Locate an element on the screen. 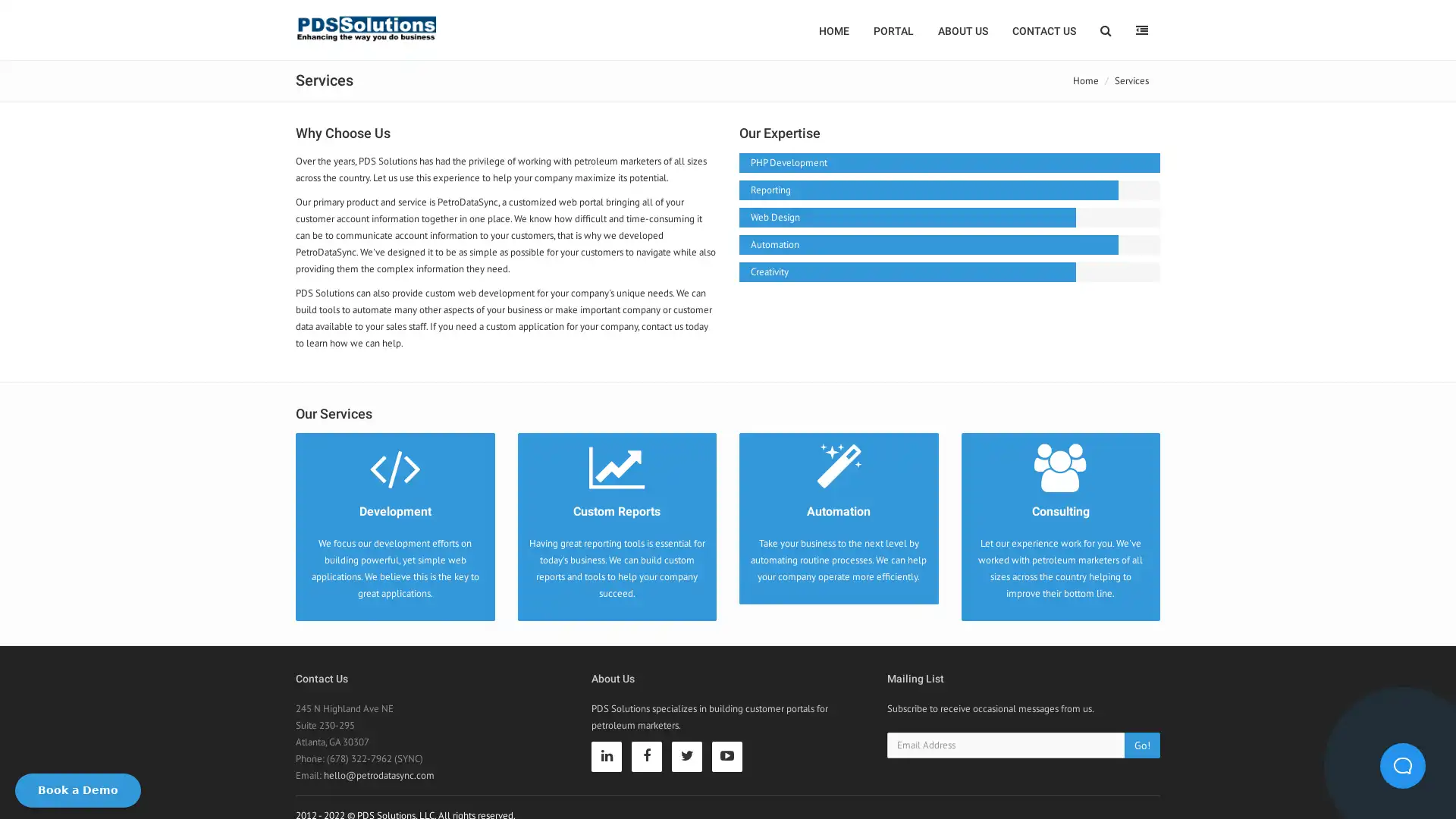 Image resolution: width=1456 pixels, height=819 pixels. Go! is located at coordinates (1142, 742).